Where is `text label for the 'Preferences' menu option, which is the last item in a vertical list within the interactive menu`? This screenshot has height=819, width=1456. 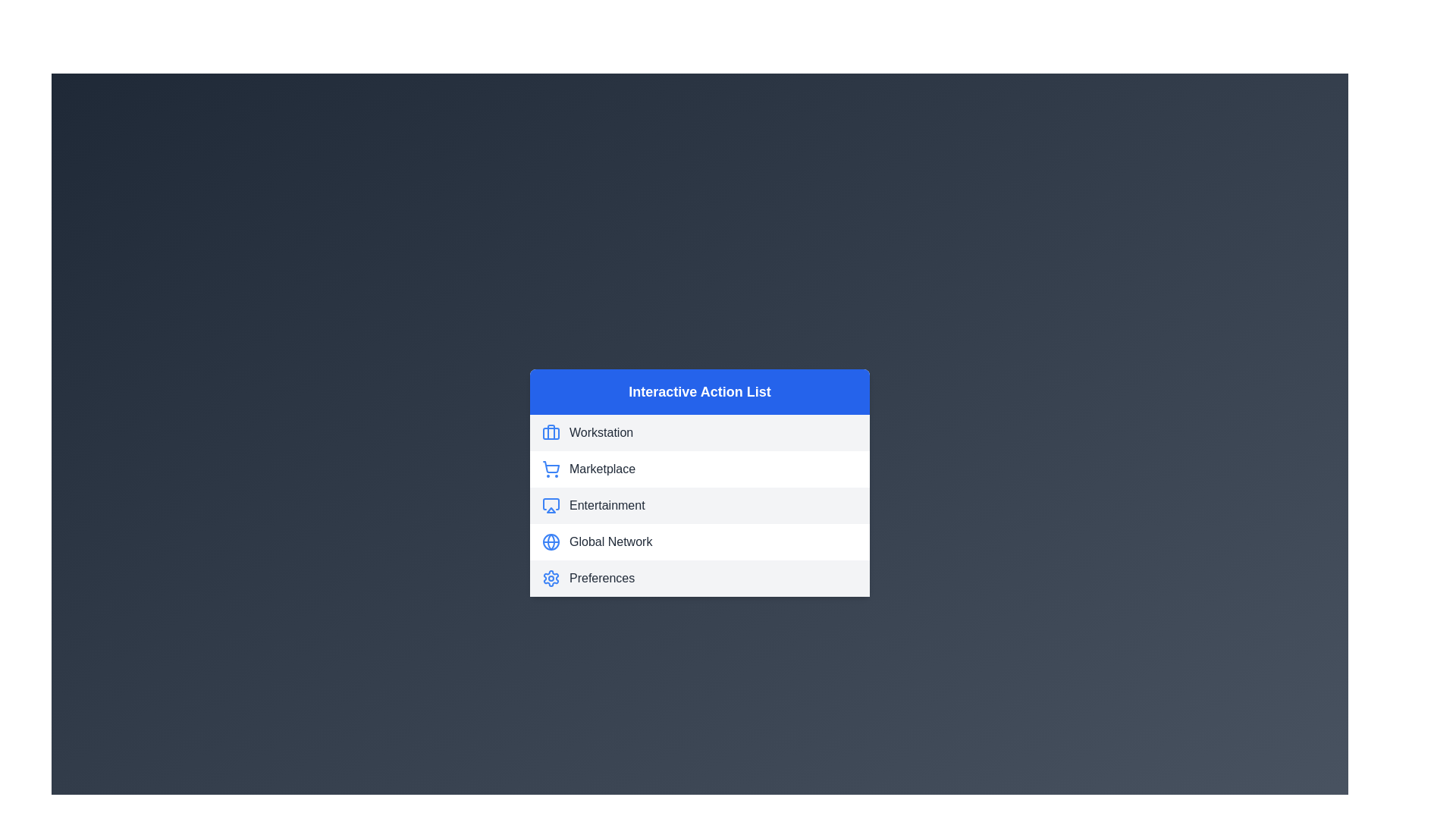 text label for the 'Preferences' menu option, which is the last item in a vertical list within the interactive menu is located at coordinates (601, 579).